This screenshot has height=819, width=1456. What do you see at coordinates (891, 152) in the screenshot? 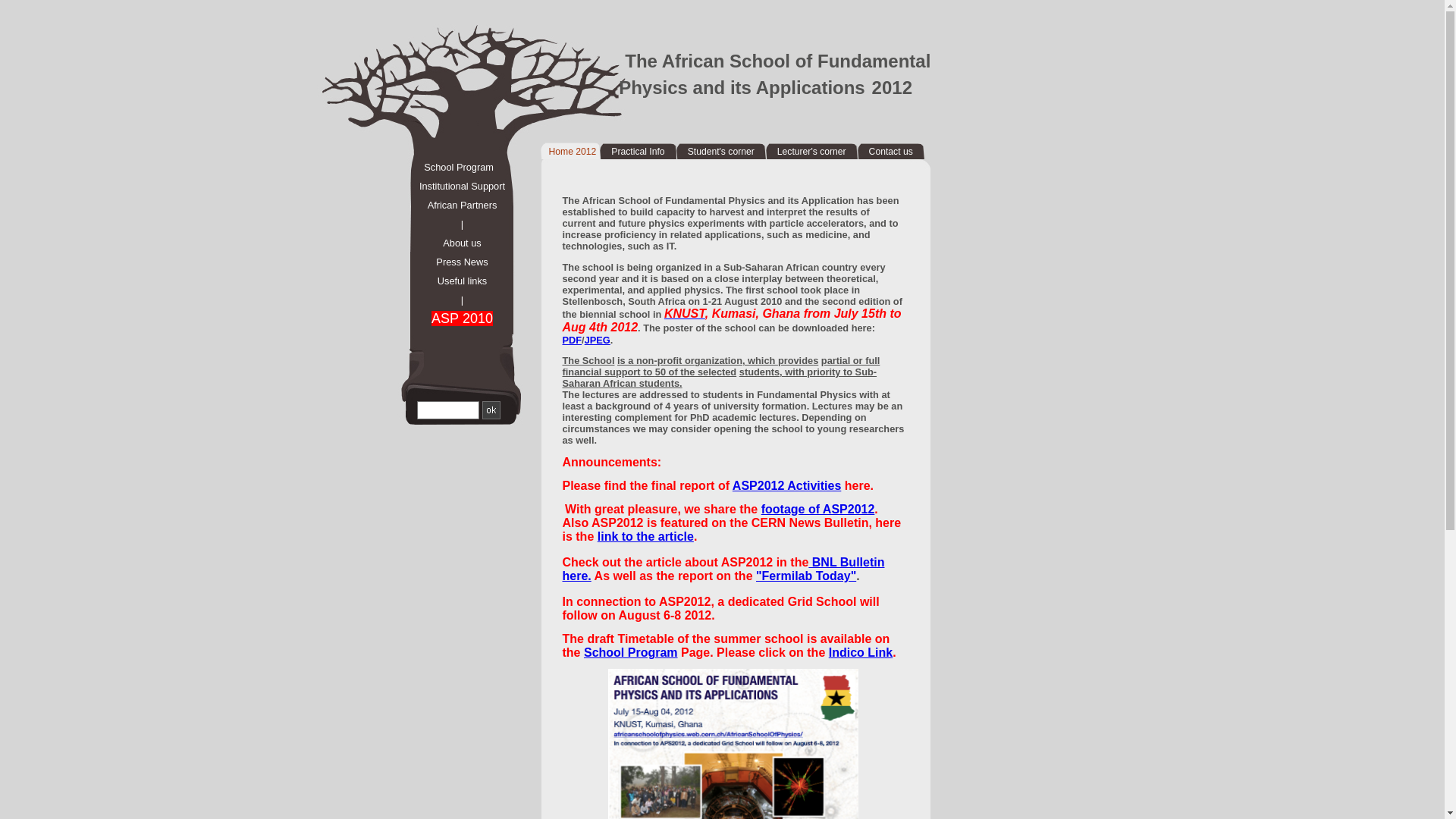
I see `'Contact us'` at bounding box center [891, 152].